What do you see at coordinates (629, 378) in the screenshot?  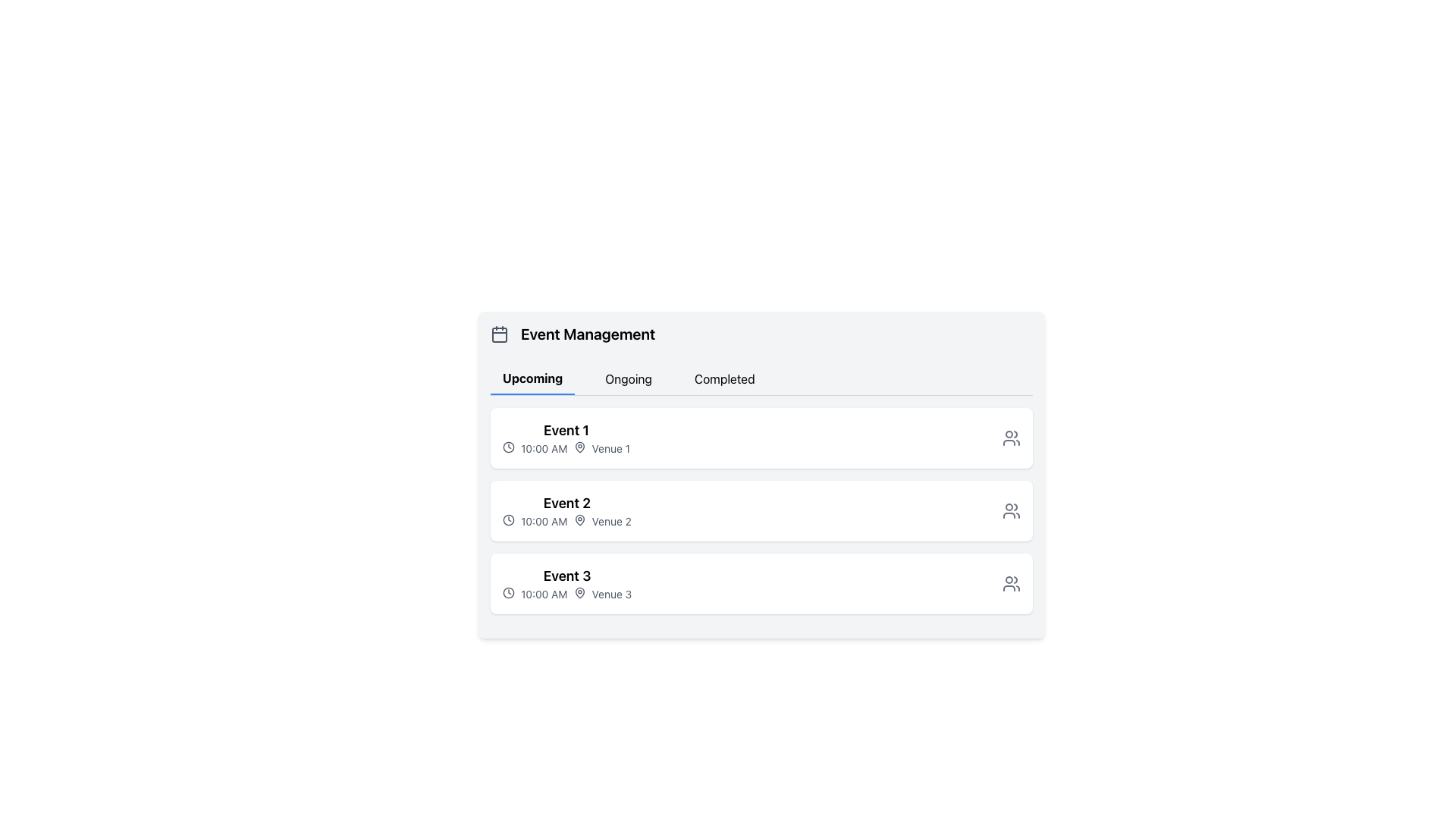 I see `the 'Ongoing' navigational tab` at bounding box center [629, 378].